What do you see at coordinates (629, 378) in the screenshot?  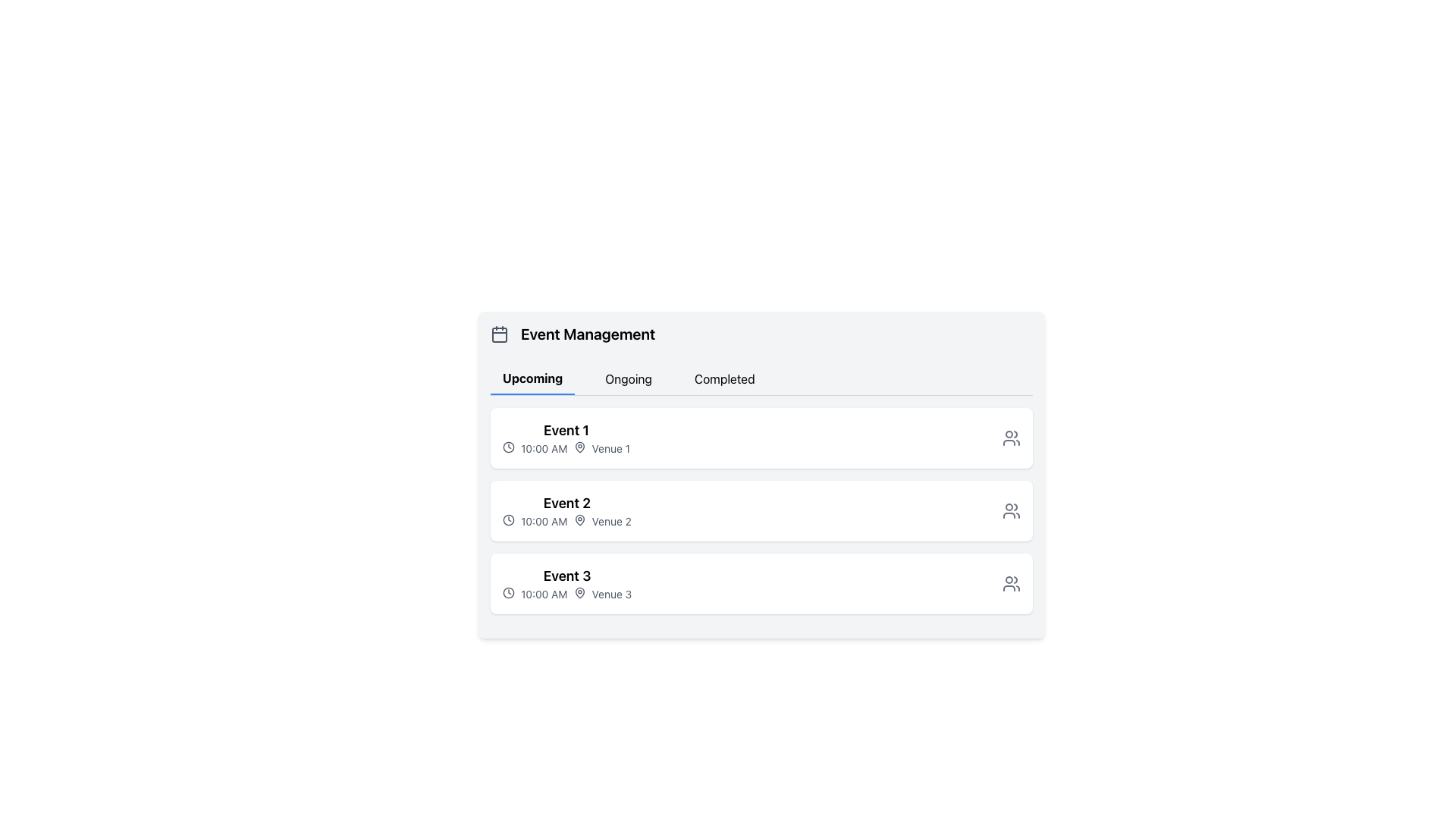 I see `the 'Ongoing' navigational tab` at bounding box center [629, 378].